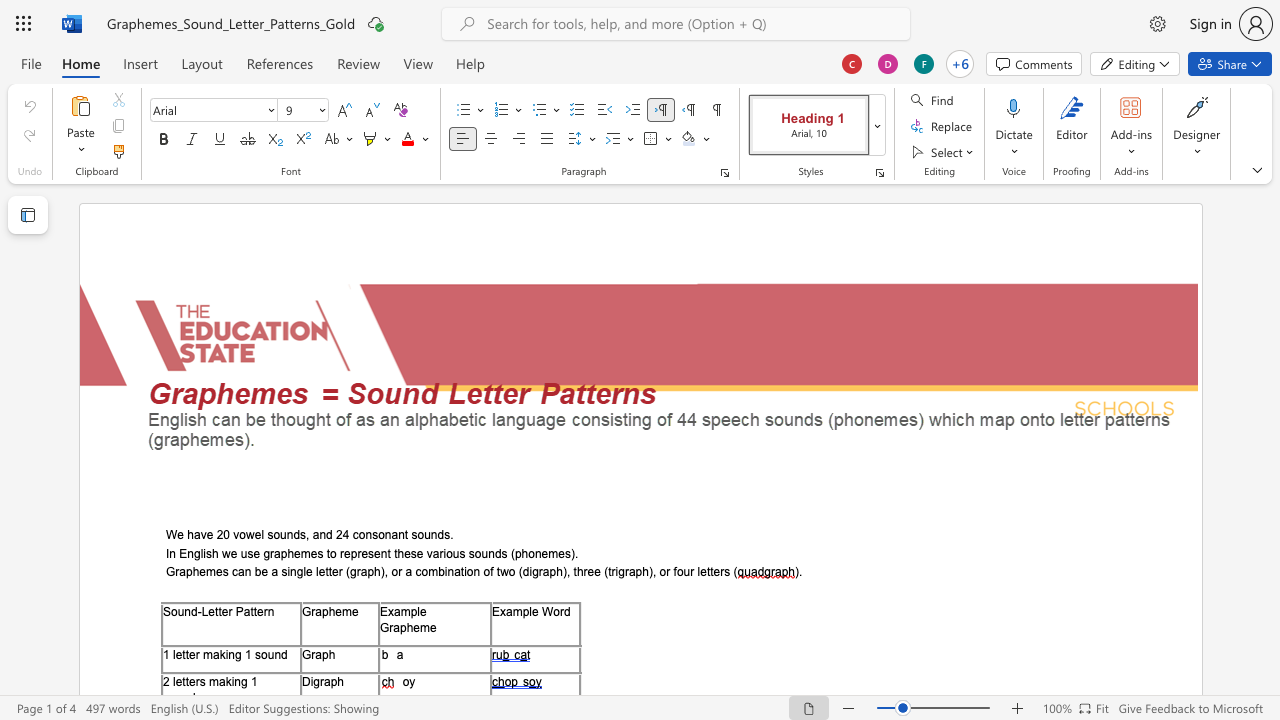 Image resolution: width=1280 pixels, height=720 pixels. I want to click on the space between the continuous character "e" and "m" in the text, so click(300, 553).